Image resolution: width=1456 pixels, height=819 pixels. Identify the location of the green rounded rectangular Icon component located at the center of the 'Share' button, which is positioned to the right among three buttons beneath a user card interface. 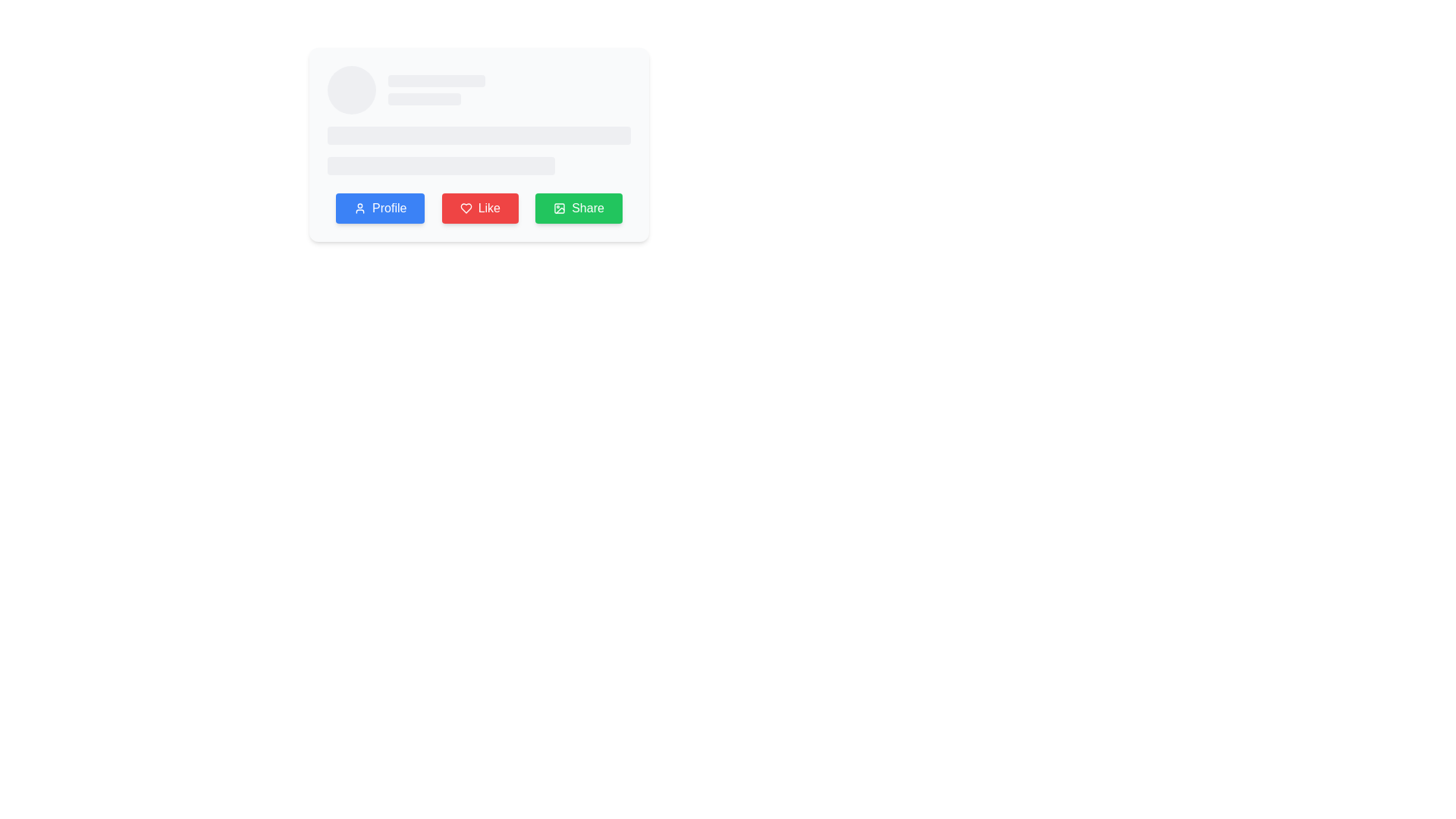
(559, 208).